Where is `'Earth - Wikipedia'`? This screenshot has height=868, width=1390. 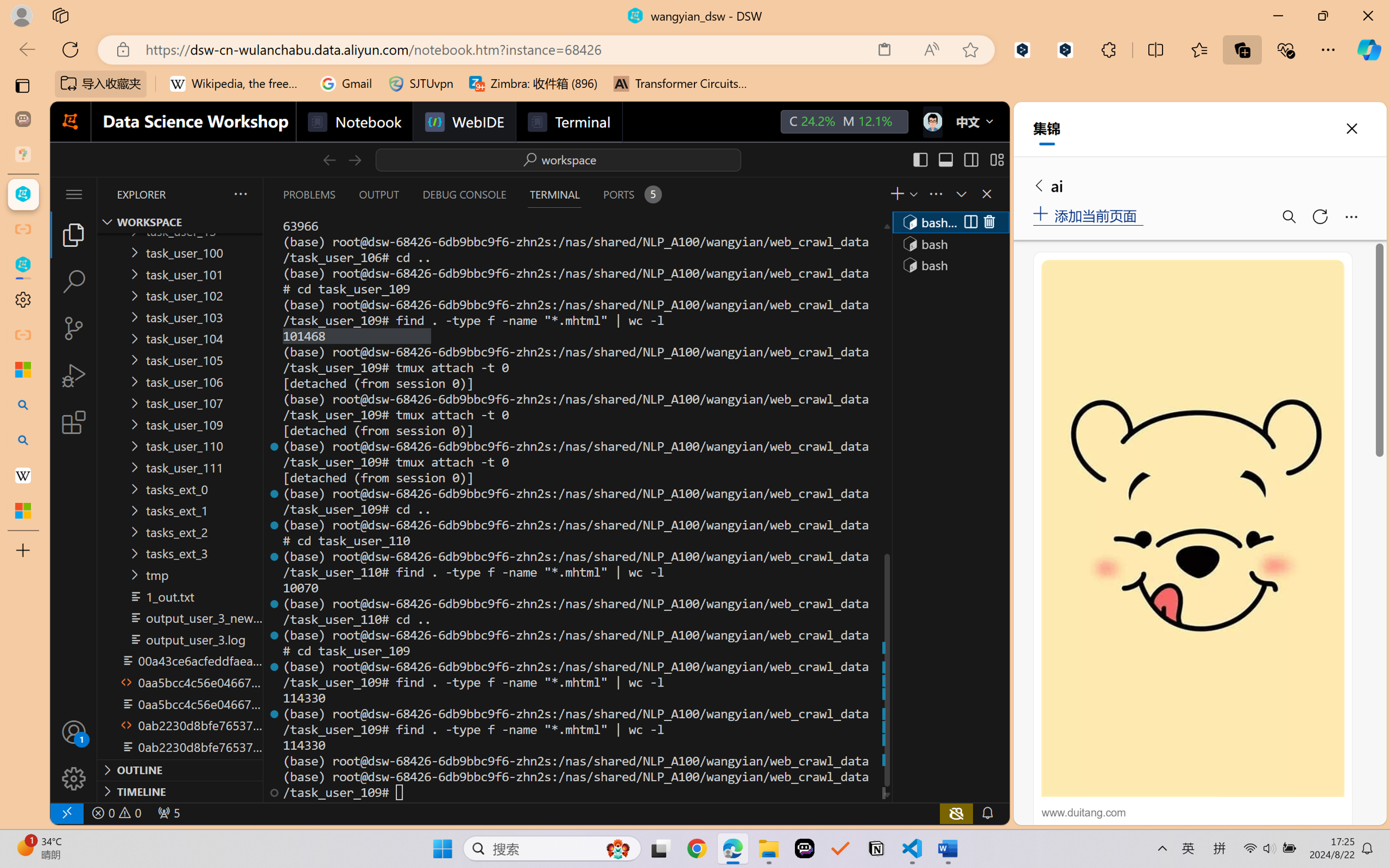
'Earth - Wikipedia' is located at coordinates (22, 475).